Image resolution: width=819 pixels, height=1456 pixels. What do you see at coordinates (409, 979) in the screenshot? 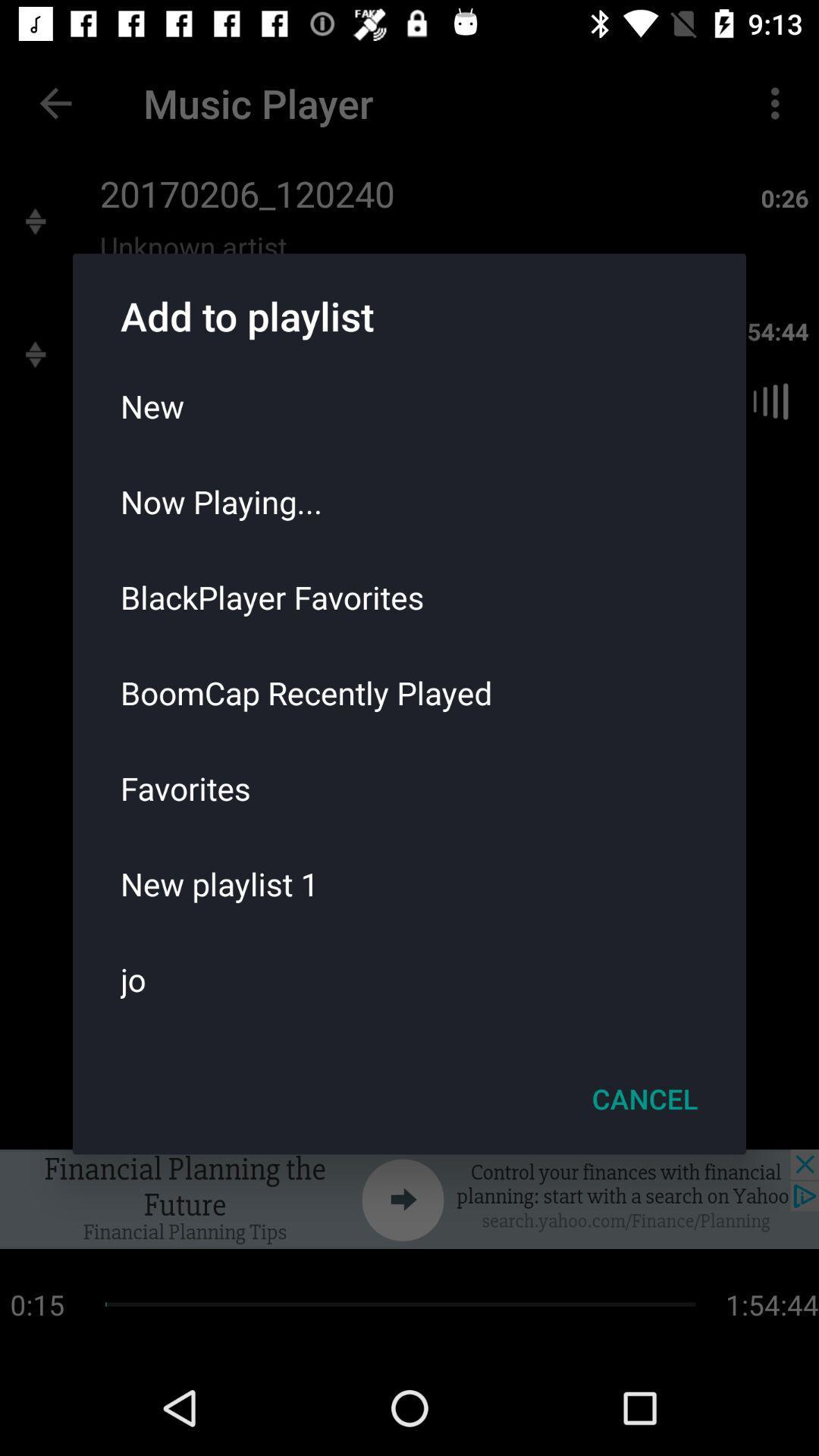
I see `the jo item` at bounding box center [409, 979].